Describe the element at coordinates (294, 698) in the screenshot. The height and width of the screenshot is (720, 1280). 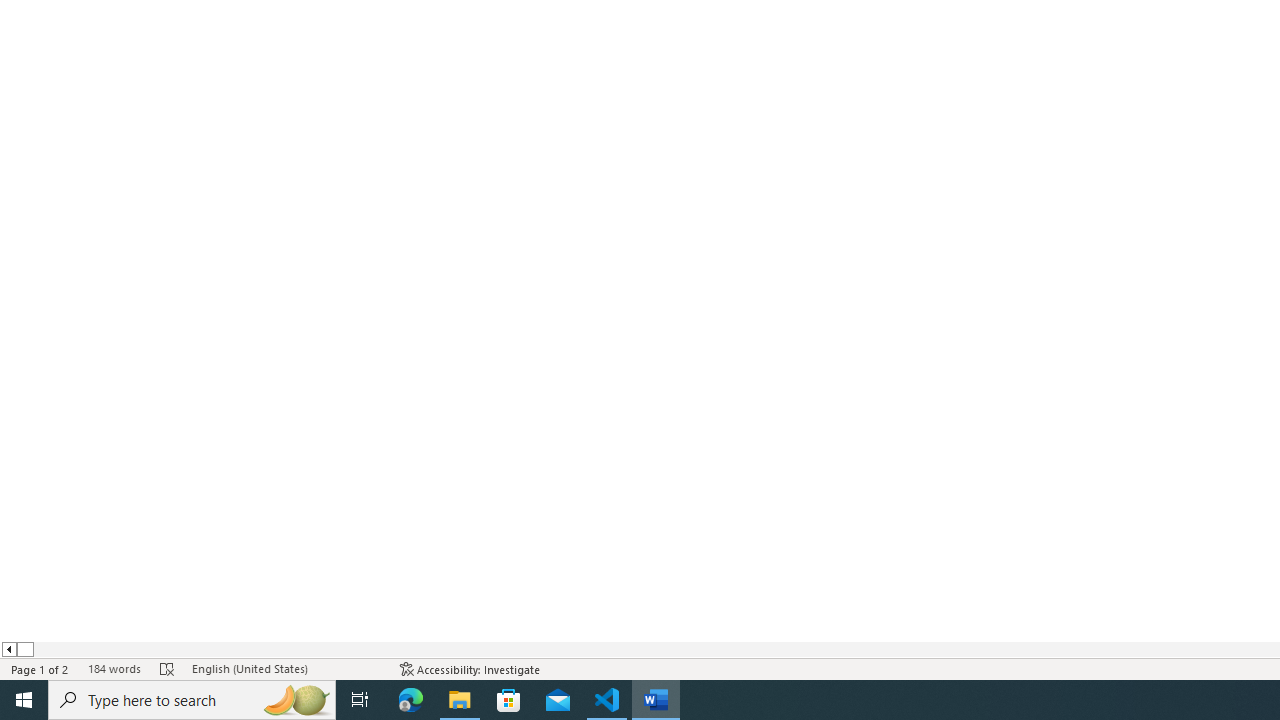
I see `'Search highlights icon opens search home window'` at that location.